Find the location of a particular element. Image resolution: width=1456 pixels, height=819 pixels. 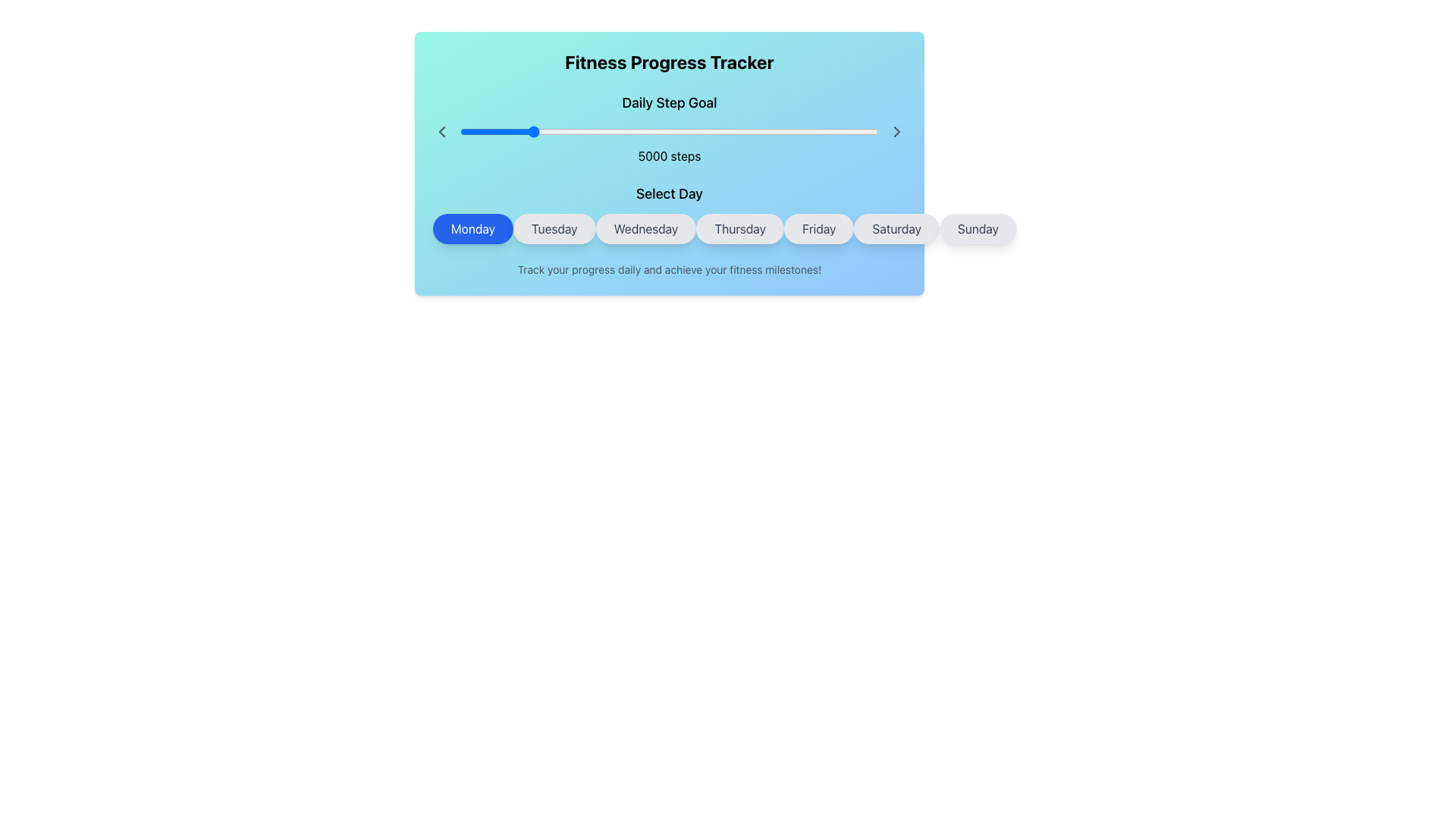

the step goal is located at coordinates (608, 130).